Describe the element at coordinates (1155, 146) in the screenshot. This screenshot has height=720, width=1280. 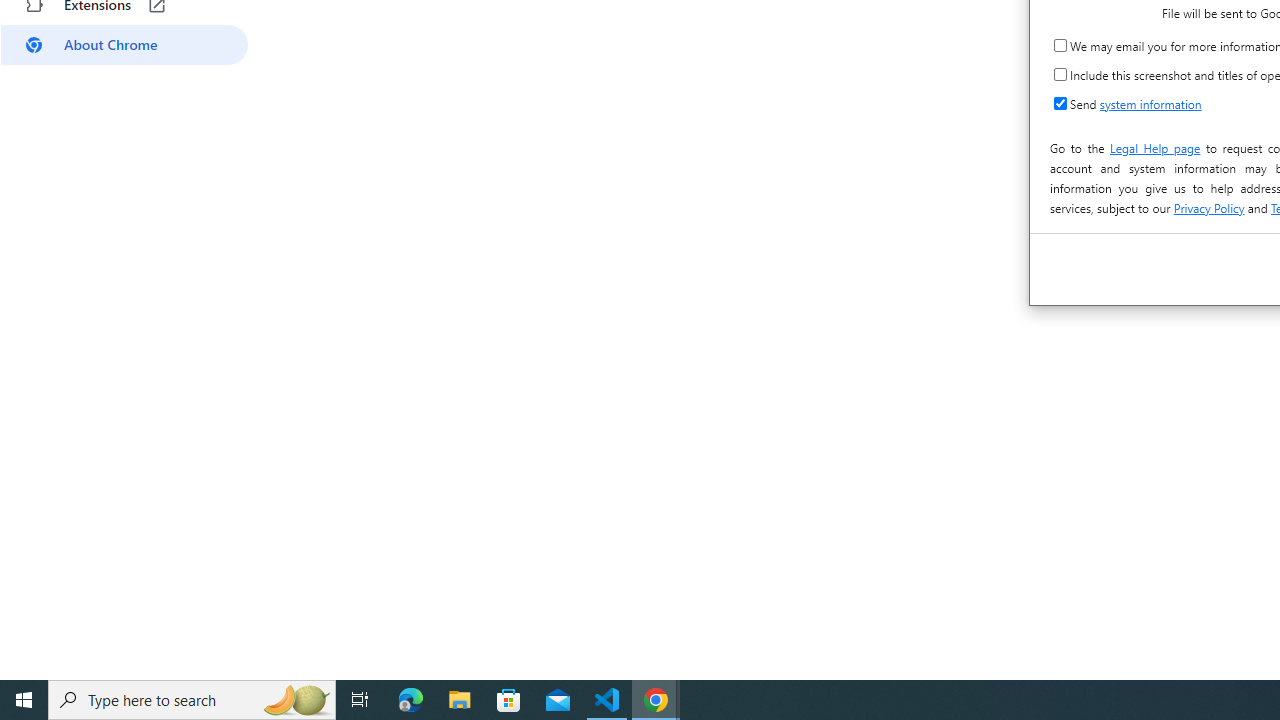
I see `'Legal Help page'` at that location.